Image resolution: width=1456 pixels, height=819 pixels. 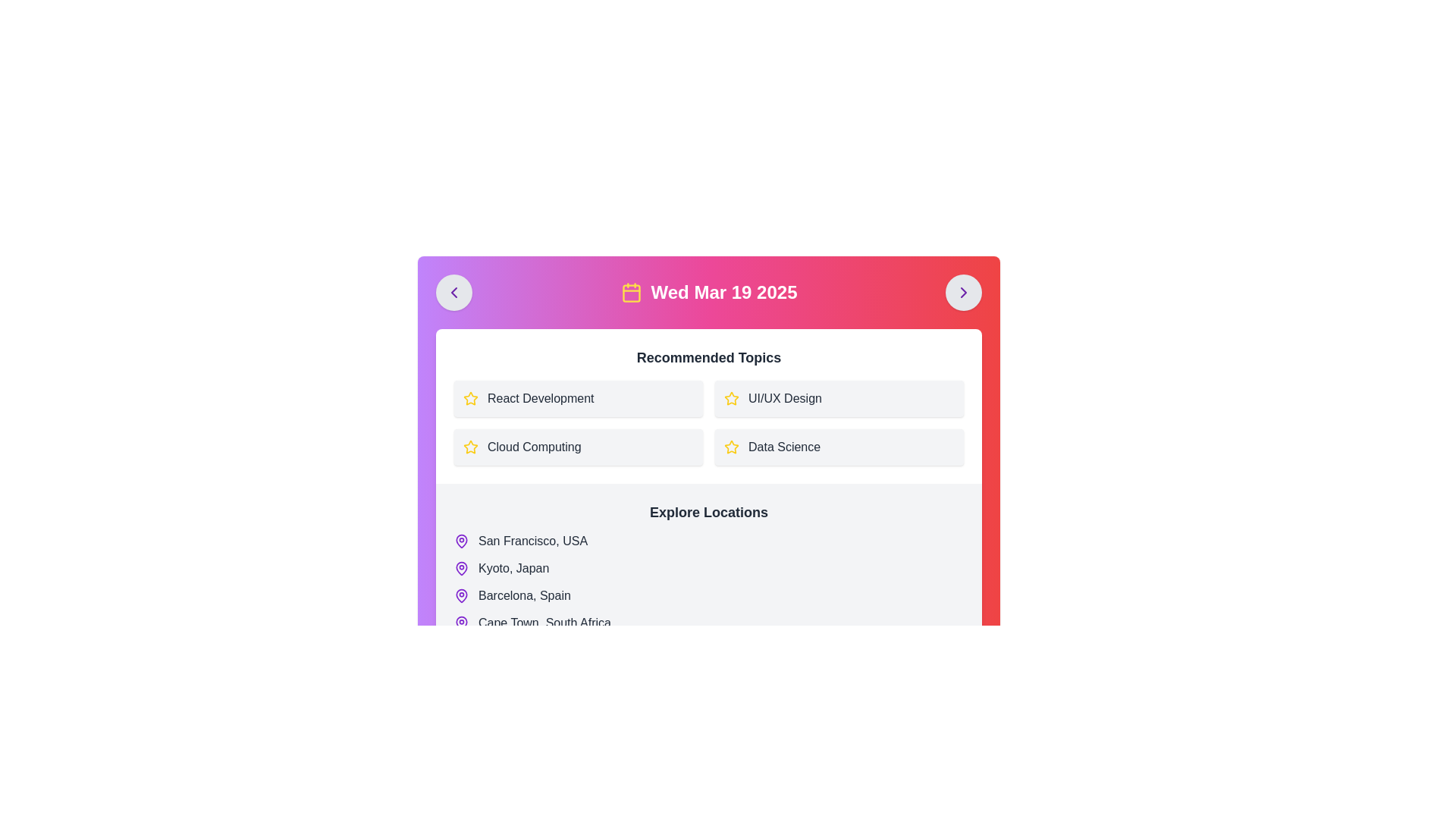 What do you see at coordinates (469, 446) in the screenshot?
I see `the star icon located on the left side of the 'Recommended Topics' section, adjacent to the text 'React Development', to favorite or un-favorite the topic` at bounding box center [469, 446].